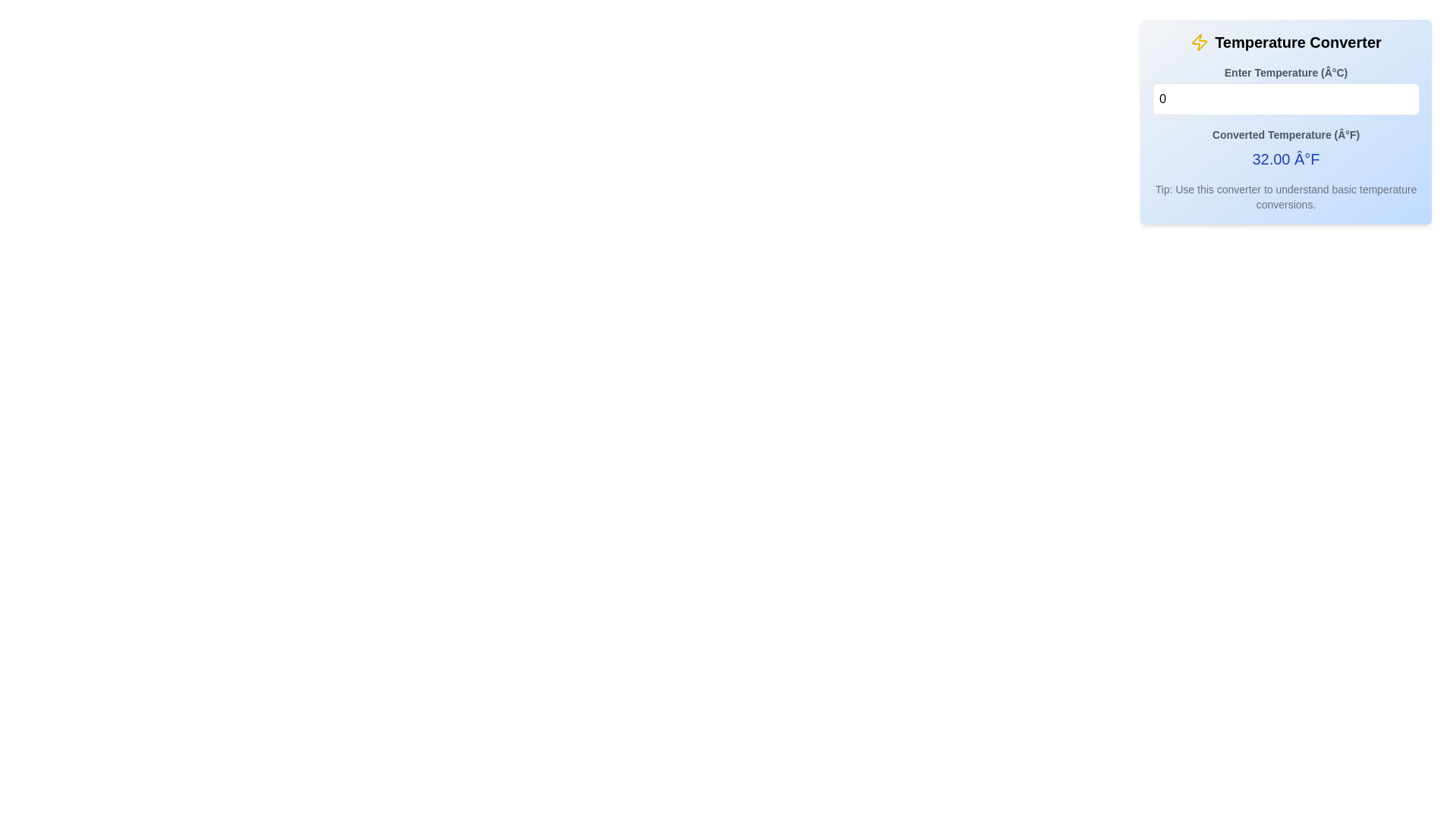 The height and width of the screenshot is (819, 1456). Describe the element at coordinates (1298, 42) in the screenshot. I see `the text label that serves as the title for the temperature conversion tool, located at the top of the blue box and aligned to the right of the yellow lightning icon` at that location.